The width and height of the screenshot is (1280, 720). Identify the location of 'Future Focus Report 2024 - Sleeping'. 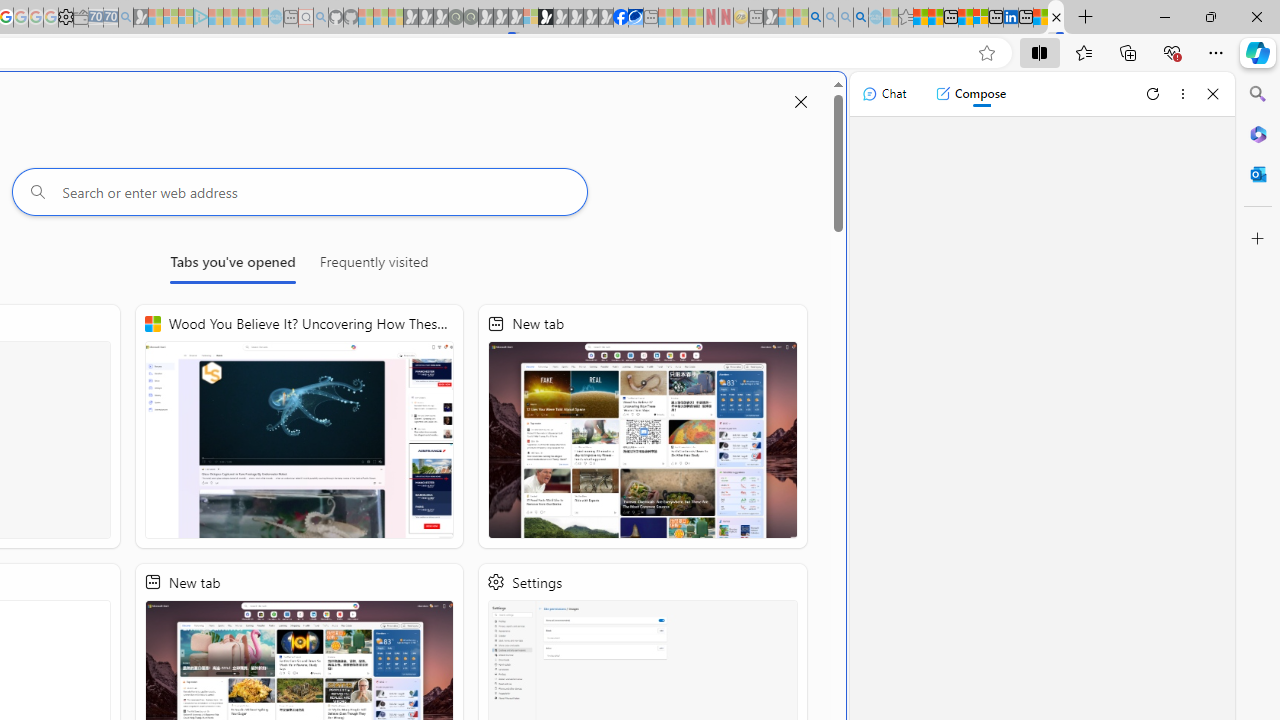
(469, 17).